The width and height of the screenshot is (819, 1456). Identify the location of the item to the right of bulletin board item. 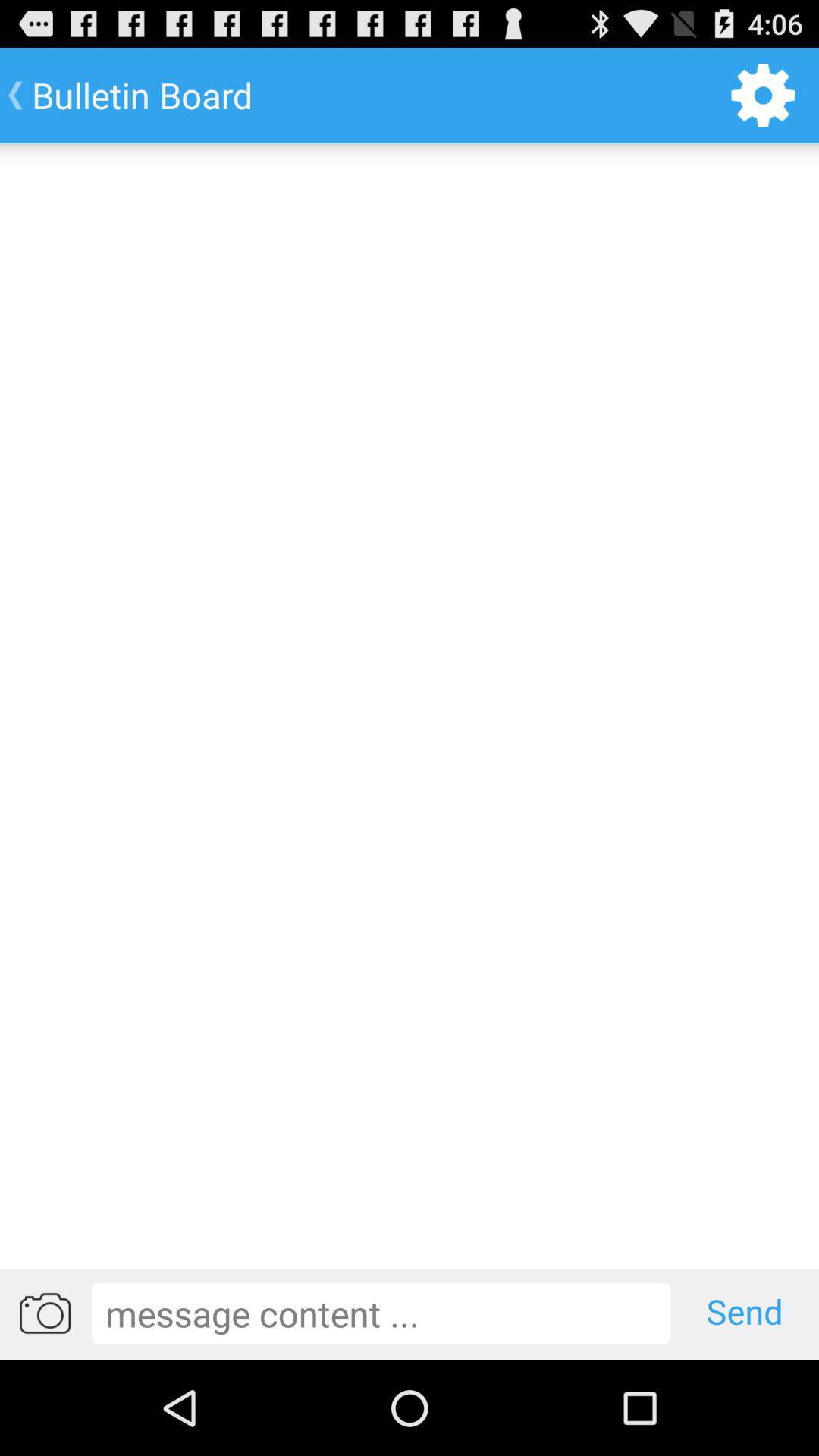
(763, 94).